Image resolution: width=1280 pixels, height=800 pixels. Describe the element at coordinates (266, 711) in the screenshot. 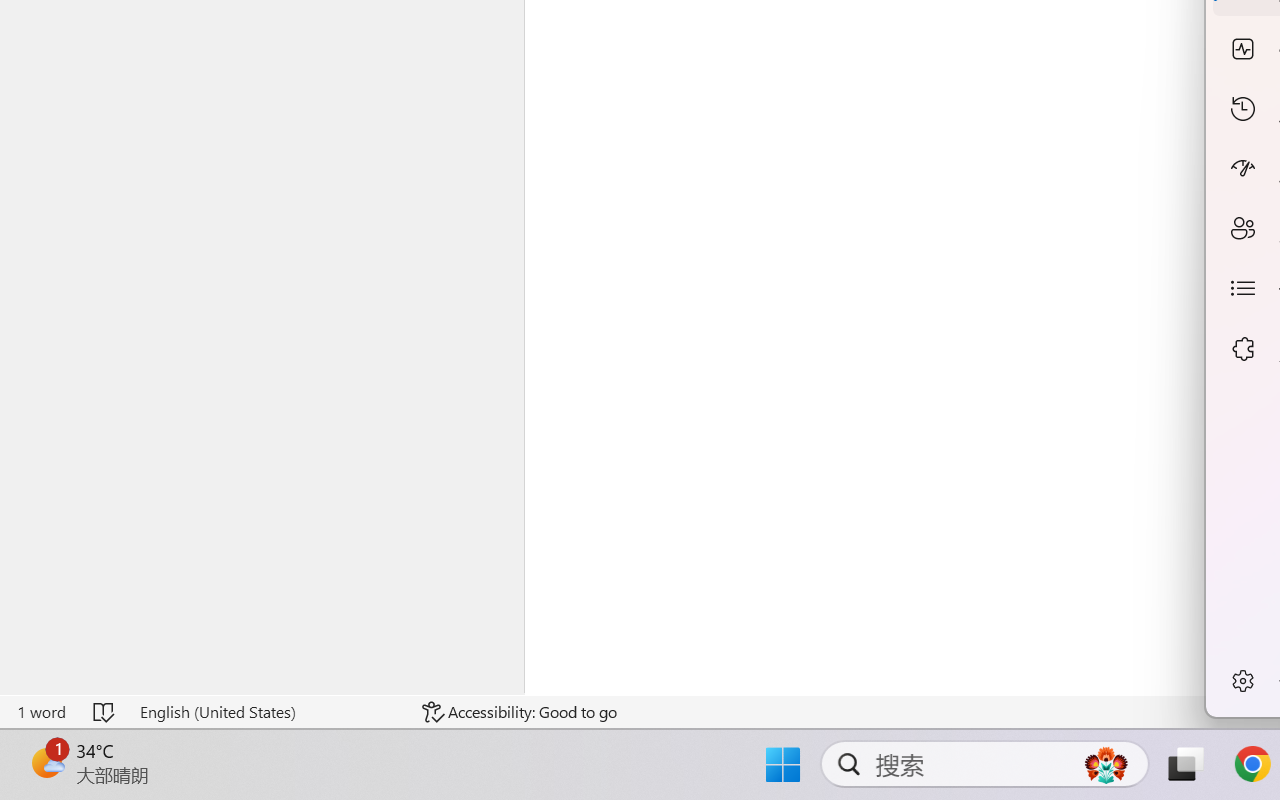

I see `'Language English (United States)'` at that location.